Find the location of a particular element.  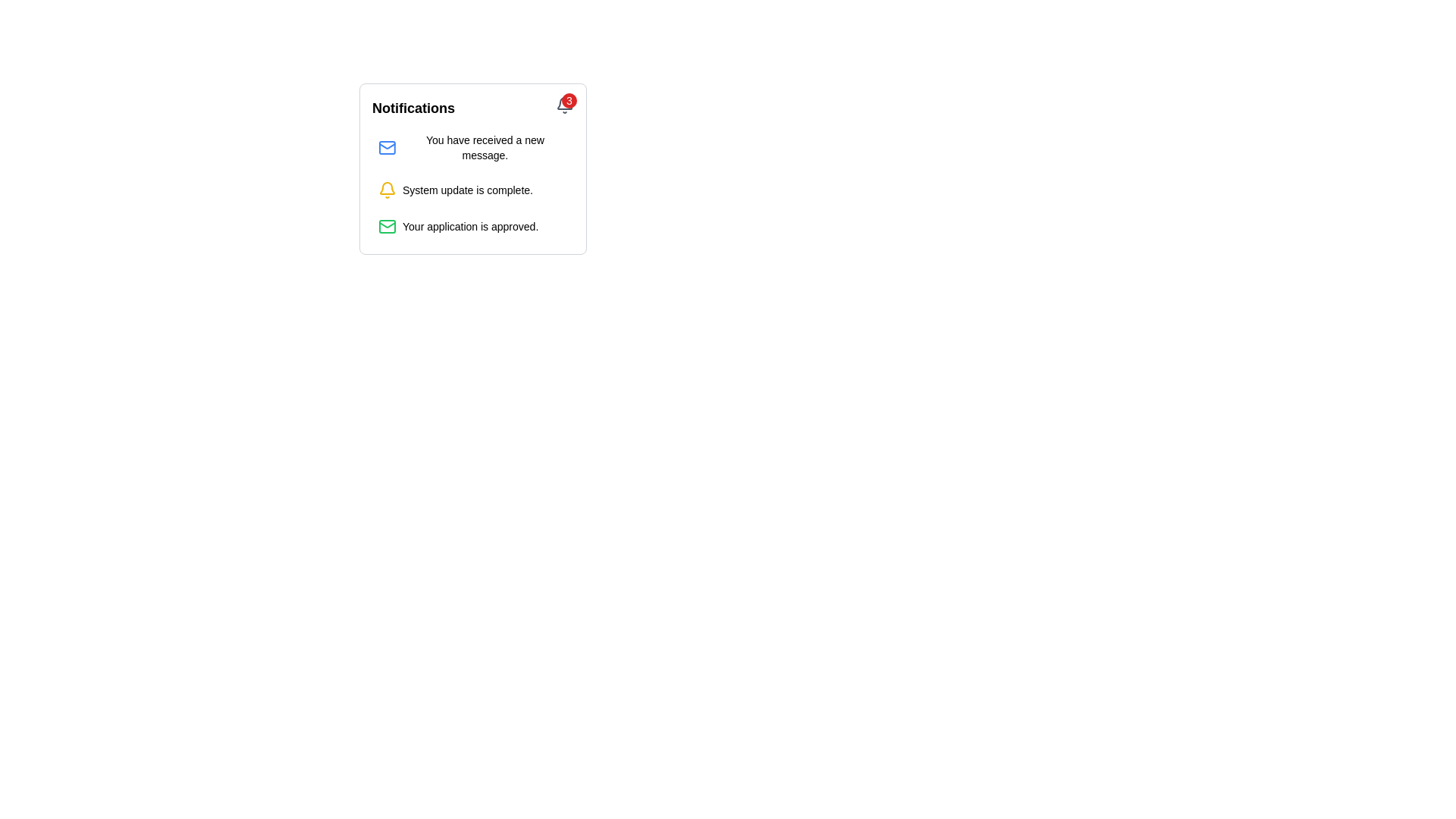

the notification message indicating the approval of an application, which is the third item in the list within the notification box is located at coordinates (469, 227).